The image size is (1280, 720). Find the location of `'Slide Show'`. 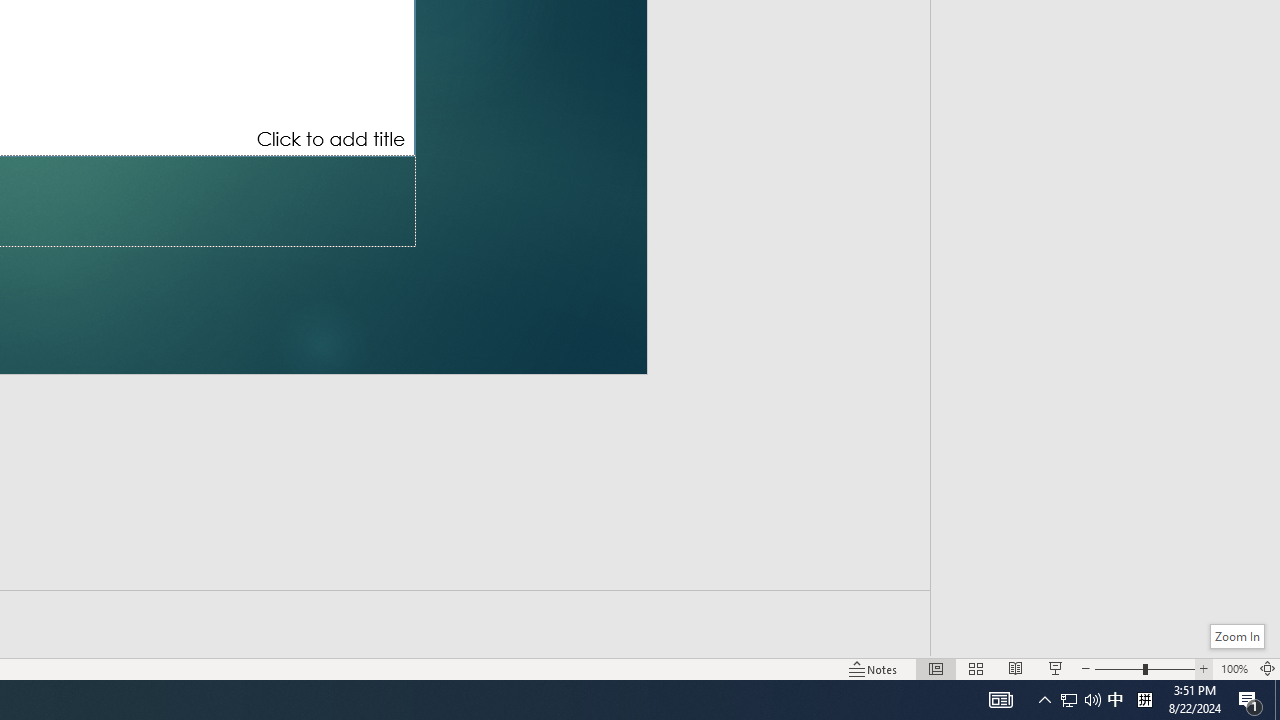

'Slide Show' is located at coordinates (1055, 669).